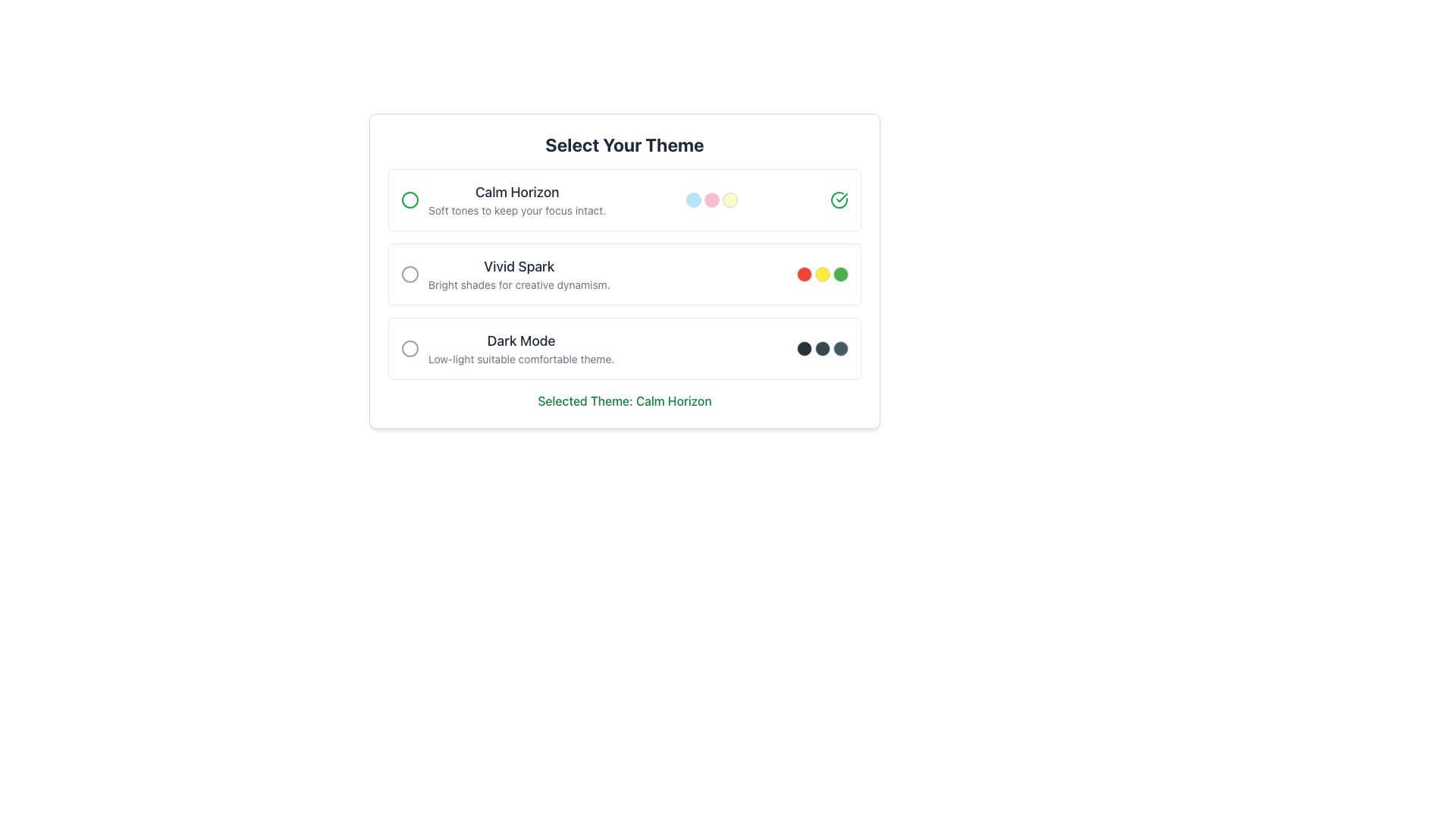  I want to click on the circular gray-bordered icon associated with the theme 'Vivid Spark', located to the left of the text 'Bright shades for creative dynamism.', so click(410, 275).